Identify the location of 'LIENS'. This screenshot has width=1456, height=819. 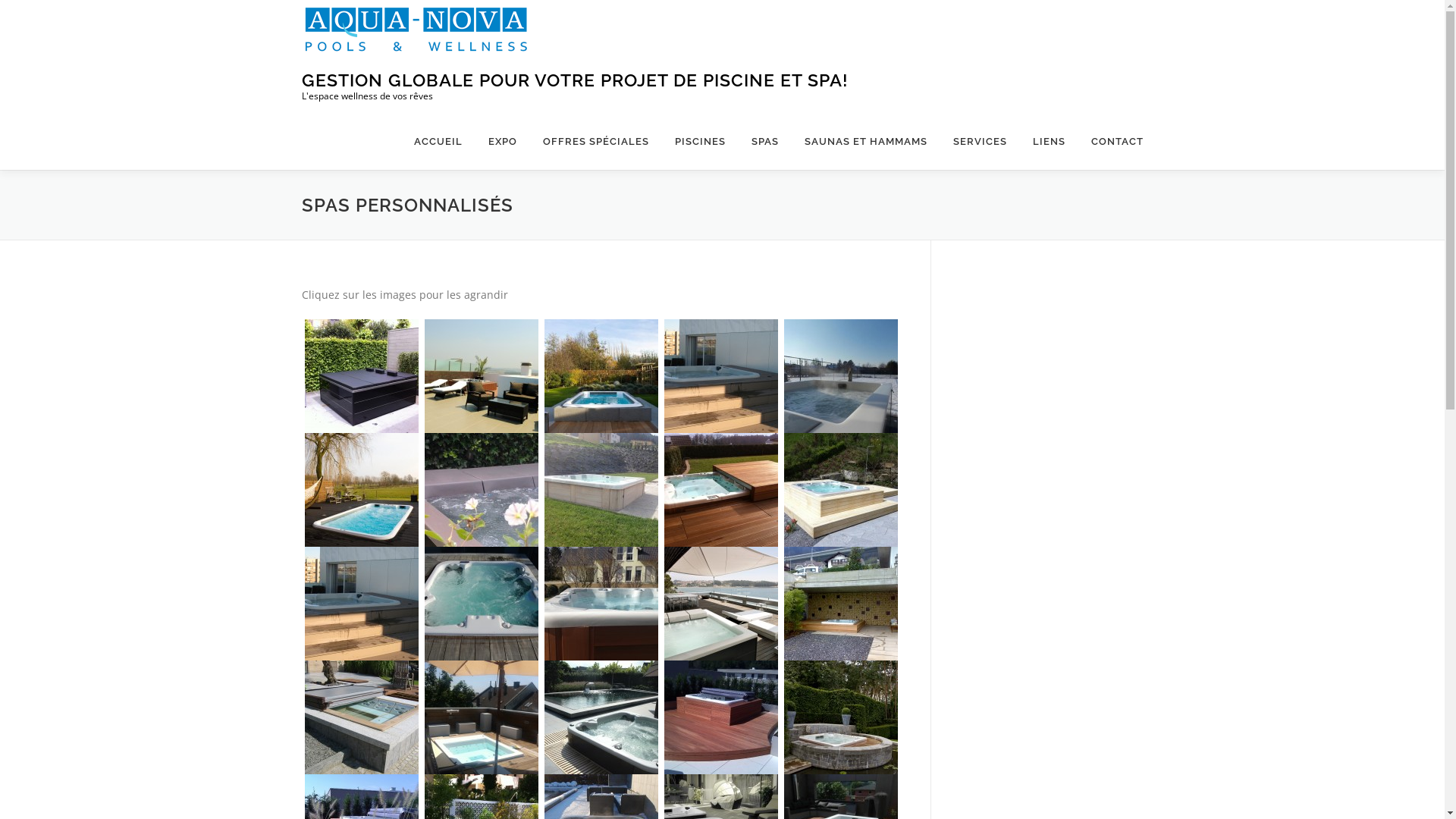
(1047, 141).